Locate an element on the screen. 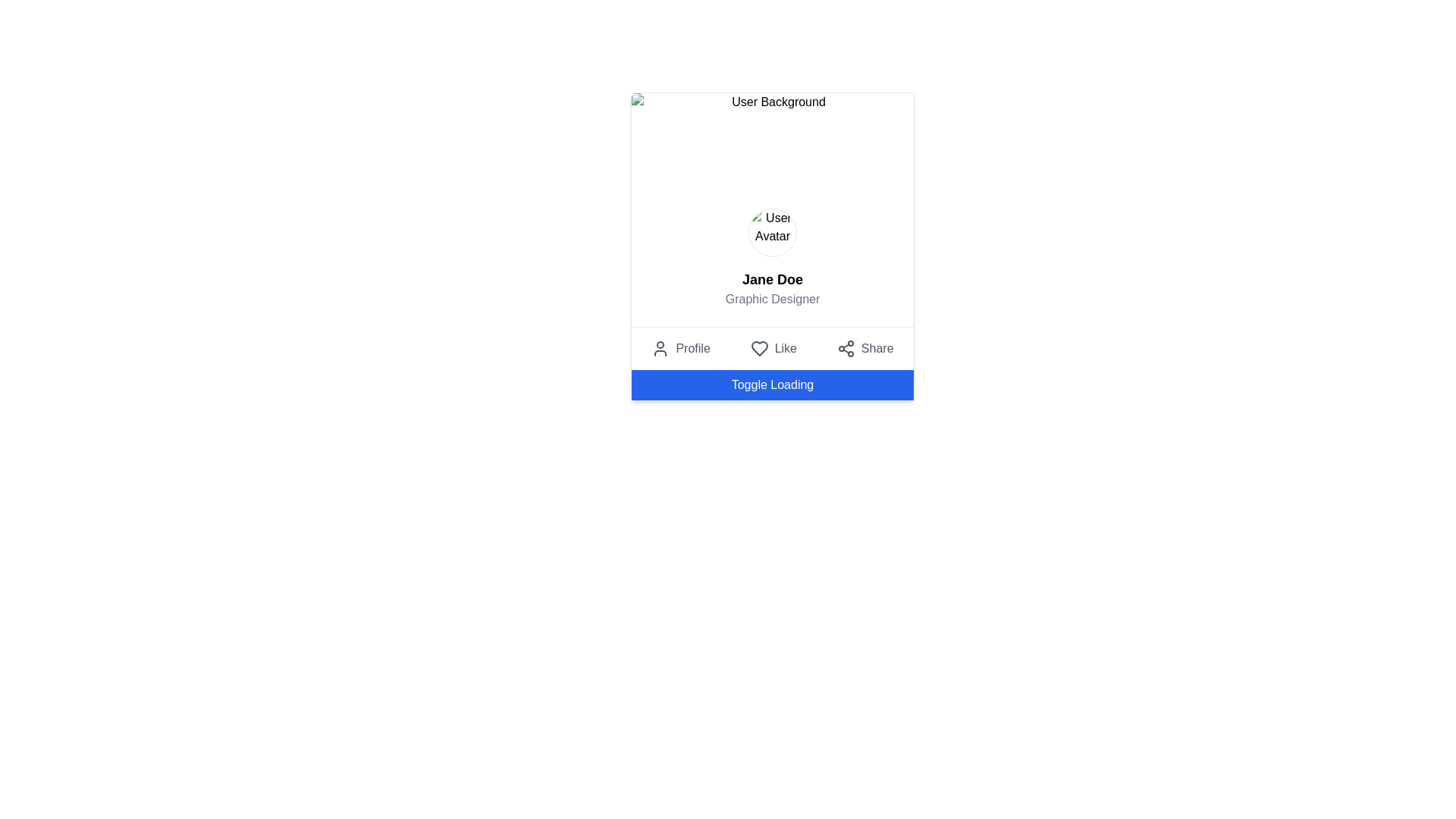 The height and width of the screenshot is (819, 1456). the non-interactive informational text label displaying 'Graphic Designer', located directly beneath 'Jane Doe' in the content card layout is located at coordinates (772, 299).